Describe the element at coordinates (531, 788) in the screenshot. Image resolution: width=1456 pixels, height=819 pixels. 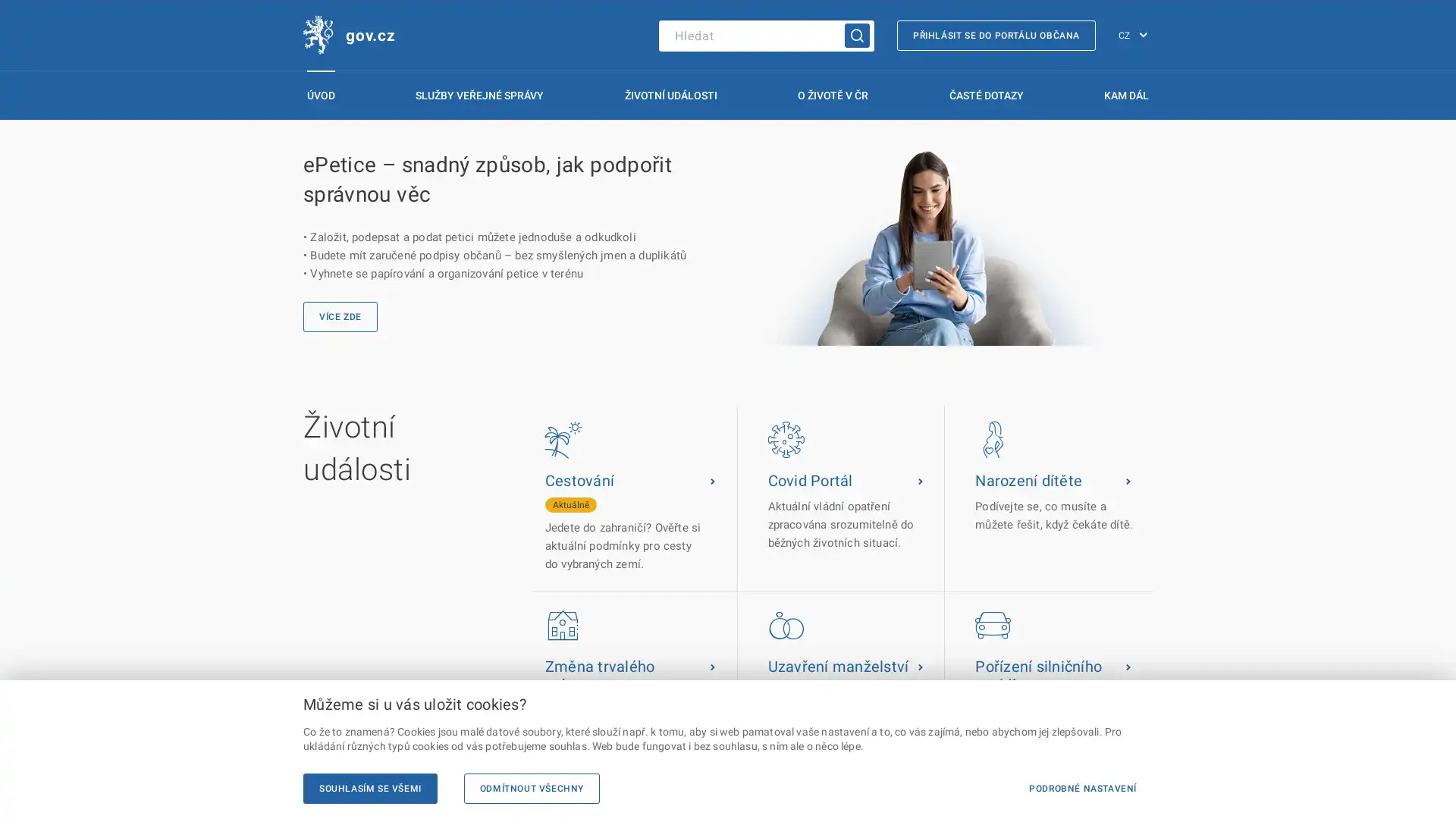
I see `ODMITNOUT VSECHNY` at that location.